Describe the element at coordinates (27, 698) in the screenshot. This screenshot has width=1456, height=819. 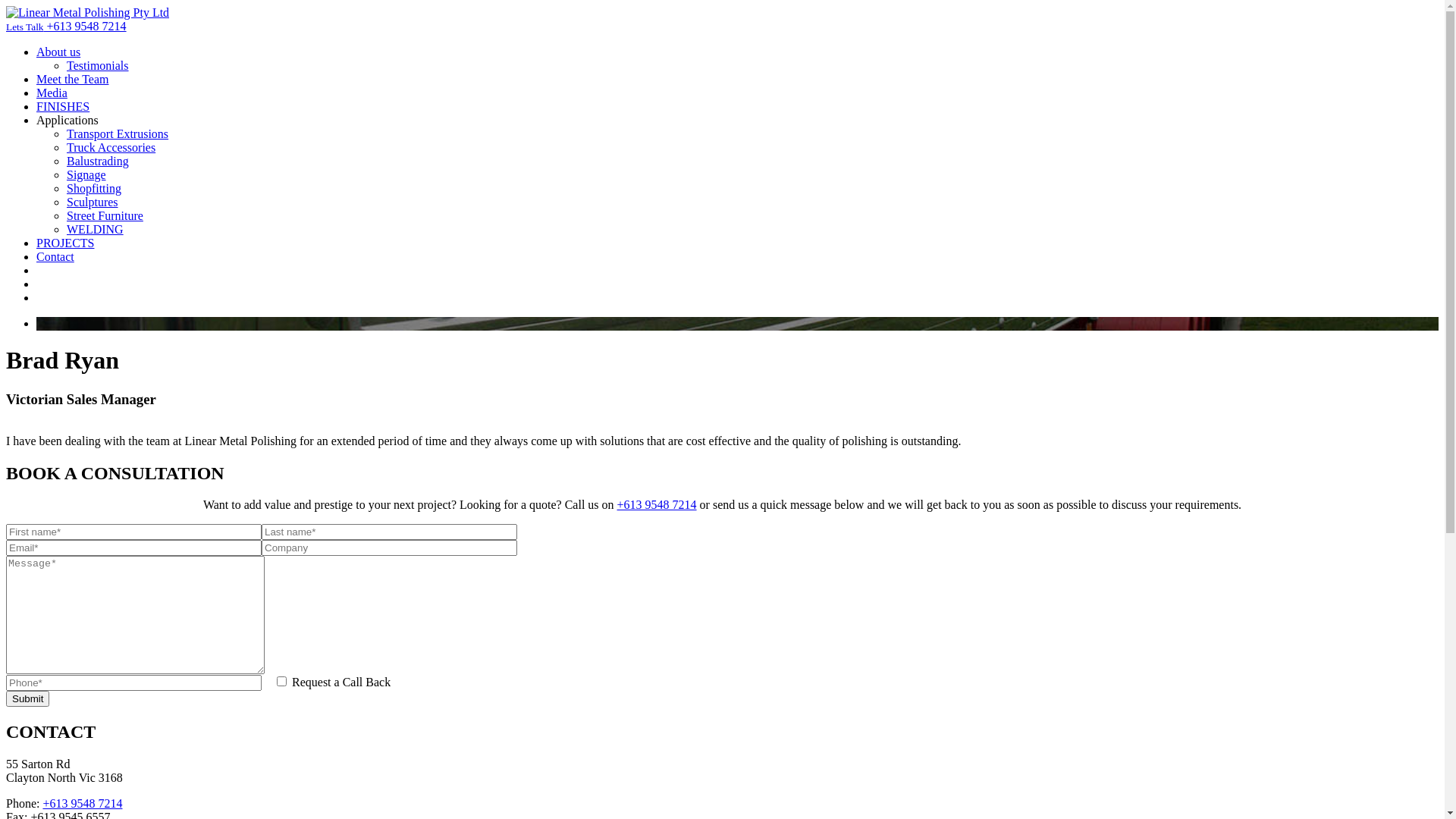
I see `'Submit'` at that location.